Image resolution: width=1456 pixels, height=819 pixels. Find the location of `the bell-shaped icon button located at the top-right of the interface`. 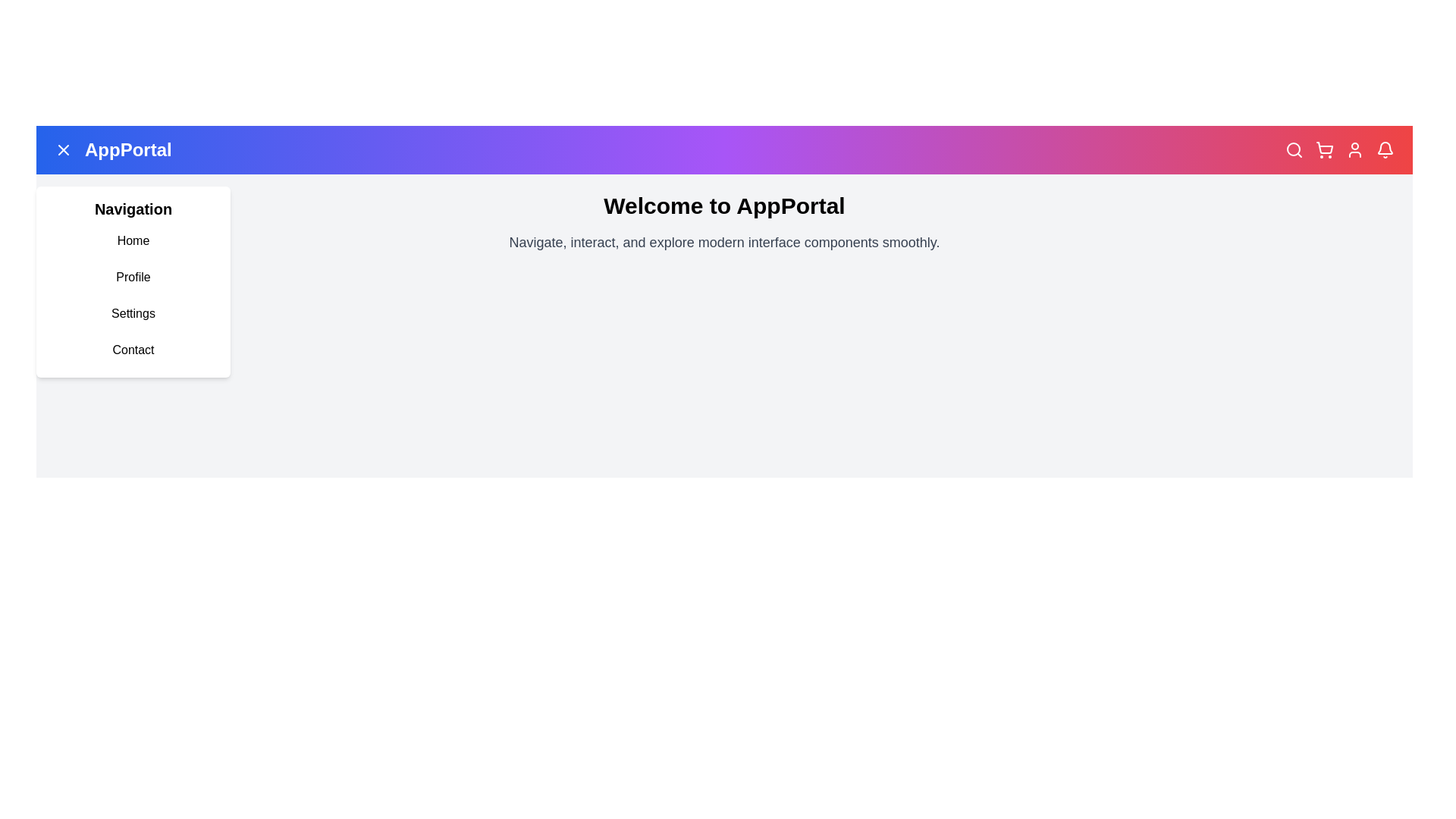

the bell-shaped icon button located at the top-right of the interface is located at coordinates (1385, 148).